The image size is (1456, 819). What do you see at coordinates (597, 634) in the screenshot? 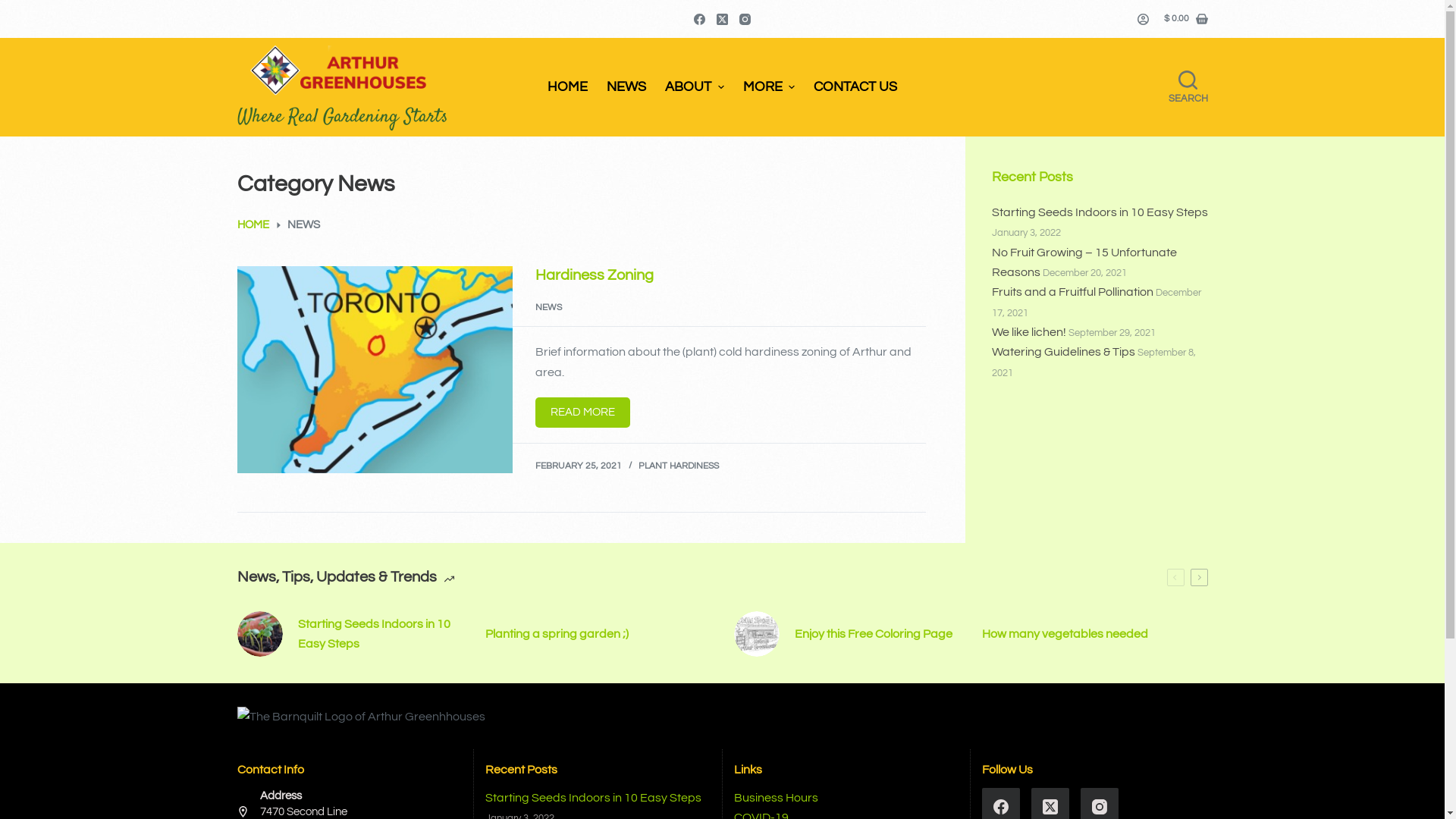
I see `'Planting a spring garden ;)'` at bounding box center [597, 634].